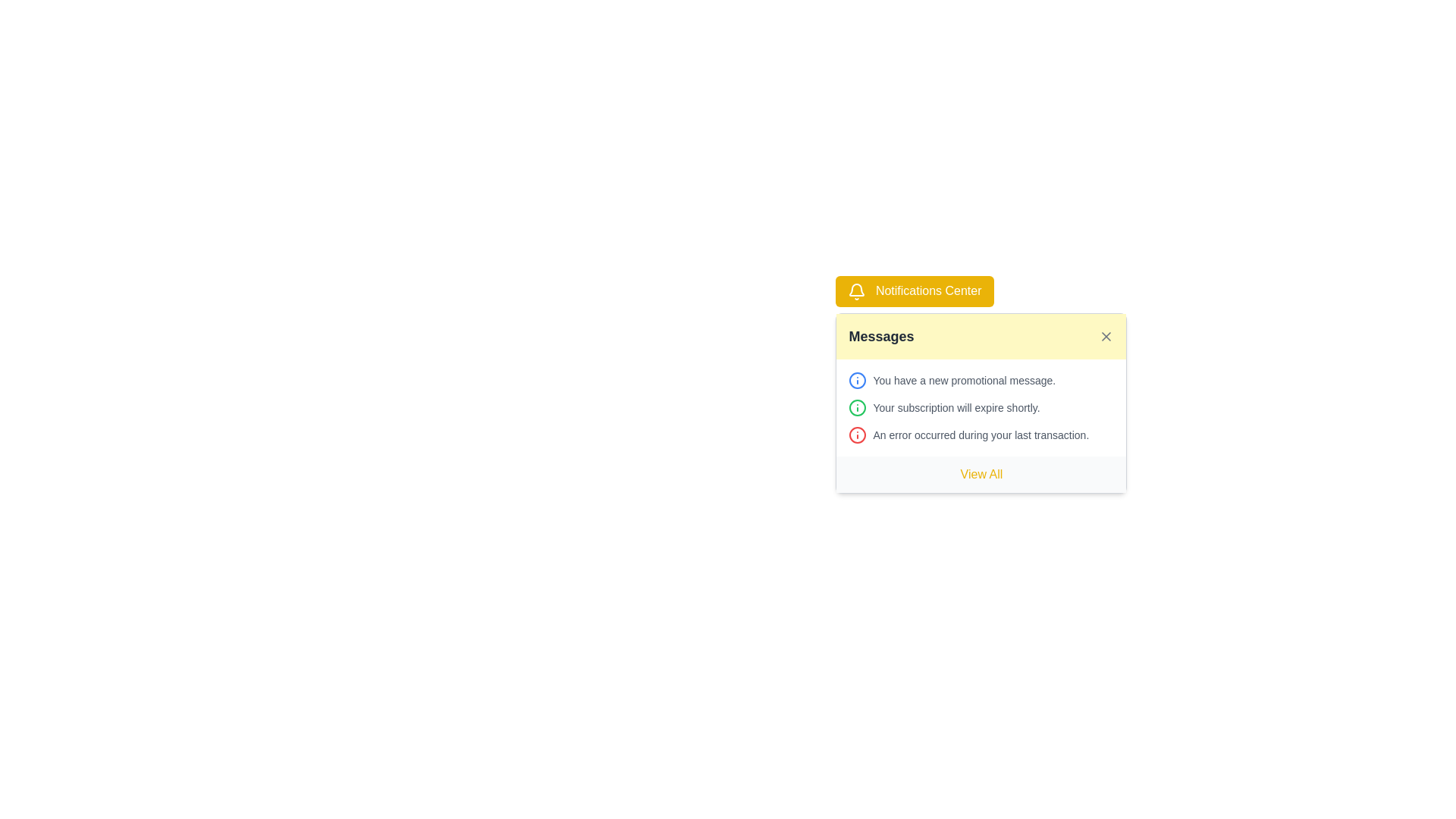 The image size is (1456, 819). What do you see at coordinates (858, 406) in the screenshot?
I see `the SVG graphic component (circle) that represents the information icon located at the top-left of the notification messages area` at bounding box center [858, 406].